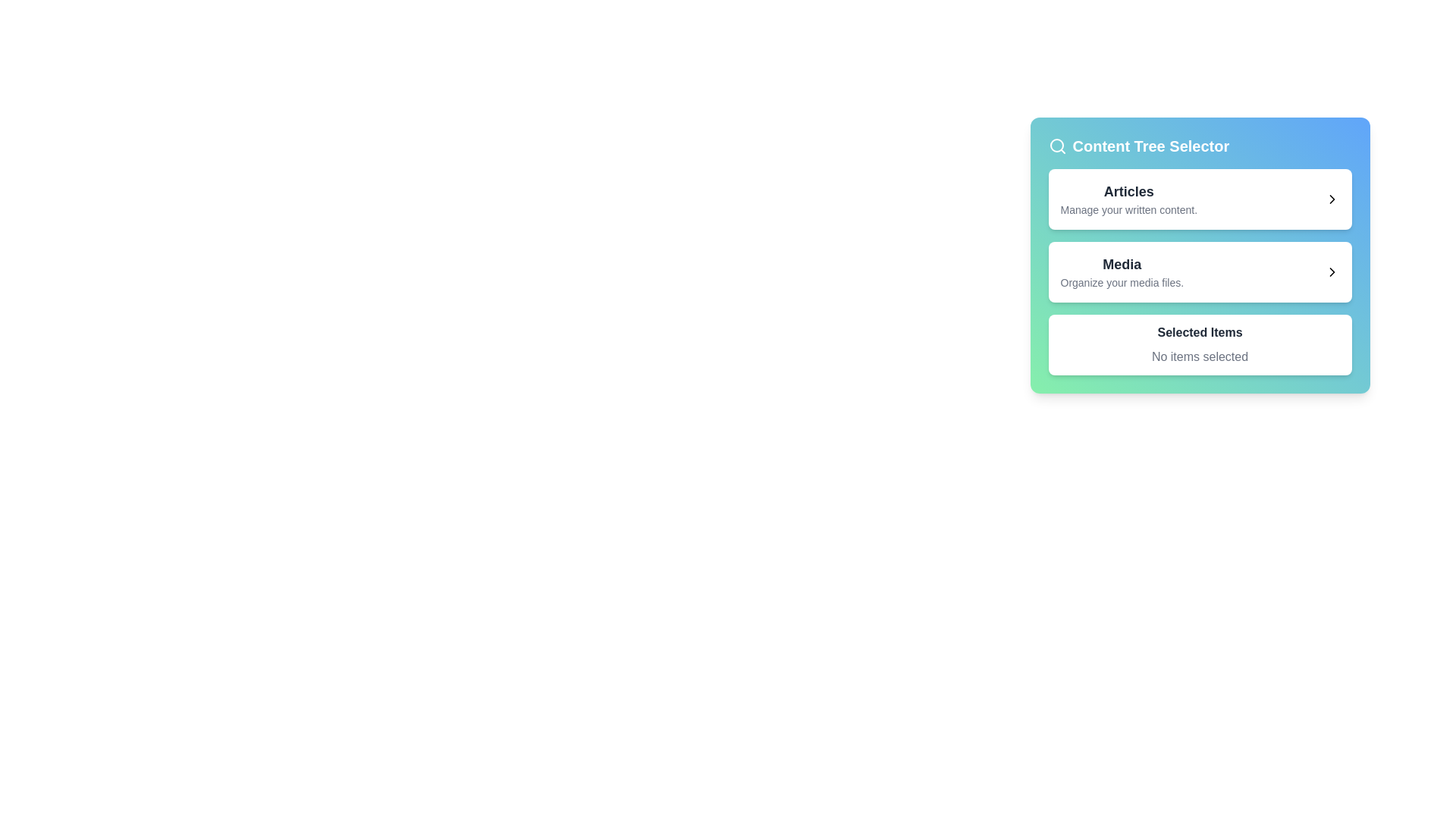  Describe the element at coordinates (1122, 271) in the screenshot. I see `the second entry in the vertically stacked list, which serves as a navigation option for media management, located below 'Articles' and above 'Selected Items'` at that location.